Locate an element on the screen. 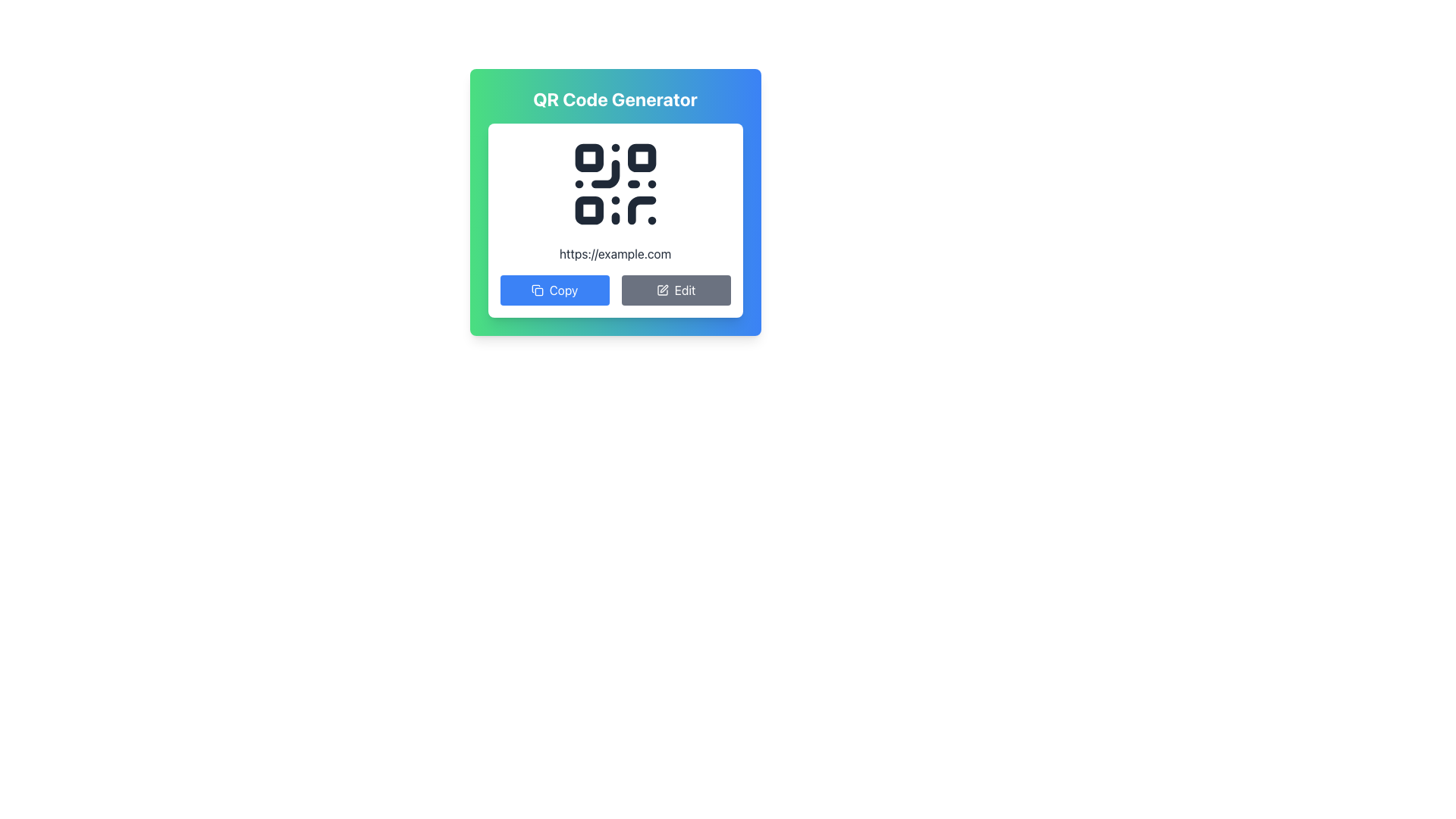 This screenshot has width=1456, height=819. the copy icon located to the left of the 'Copy' text label within the Copy button is located at coordinates (537, 290).